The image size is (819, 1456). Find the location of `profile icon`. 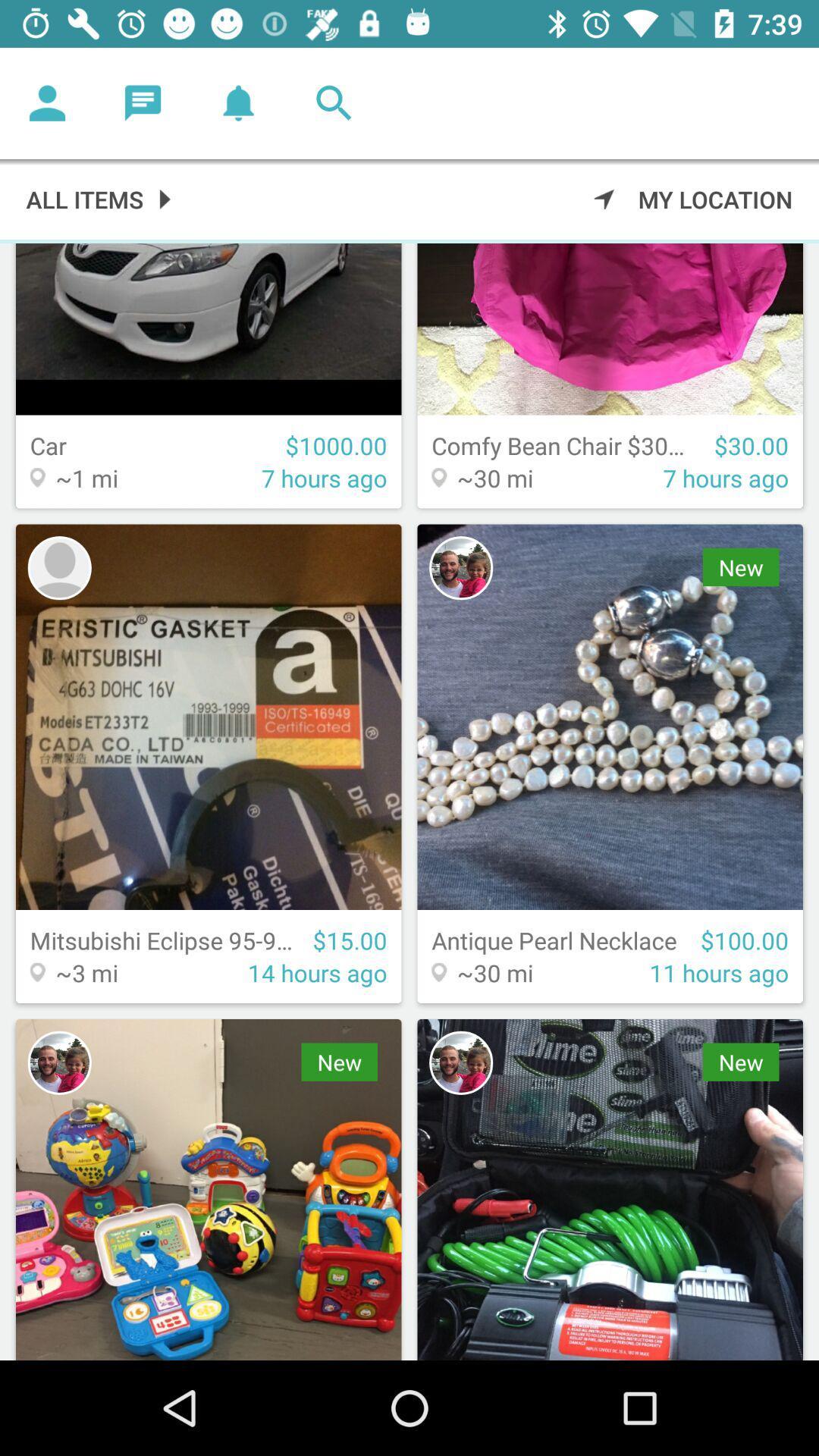

profile icon is located at coordinates (460, 567).